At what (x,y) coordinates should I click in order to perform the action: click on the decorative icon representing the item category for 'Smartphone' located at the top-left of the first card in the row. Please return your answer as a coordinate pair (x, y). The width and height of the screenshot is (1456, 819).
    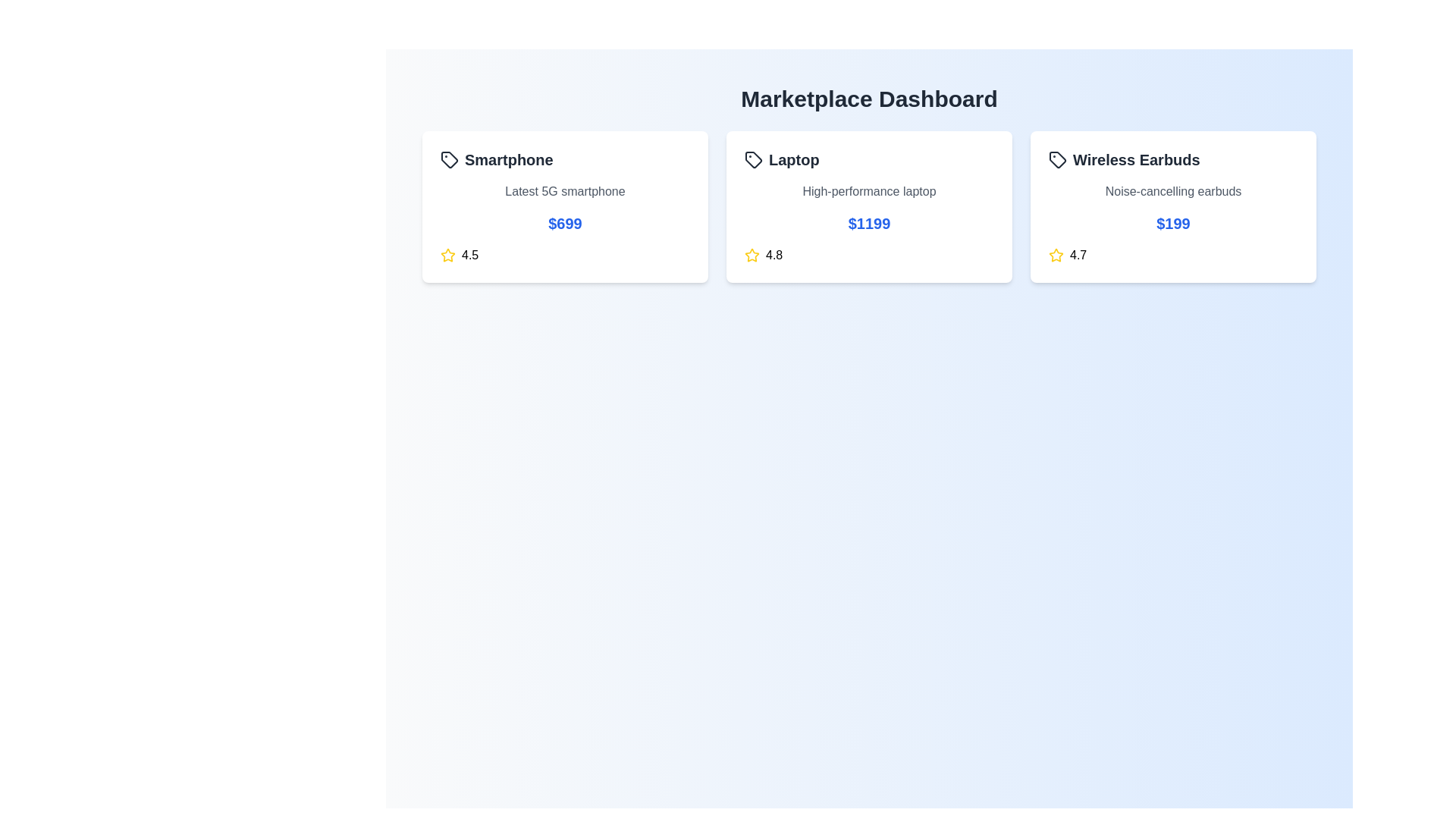
    Looking at the image, I should click on (449, 160).